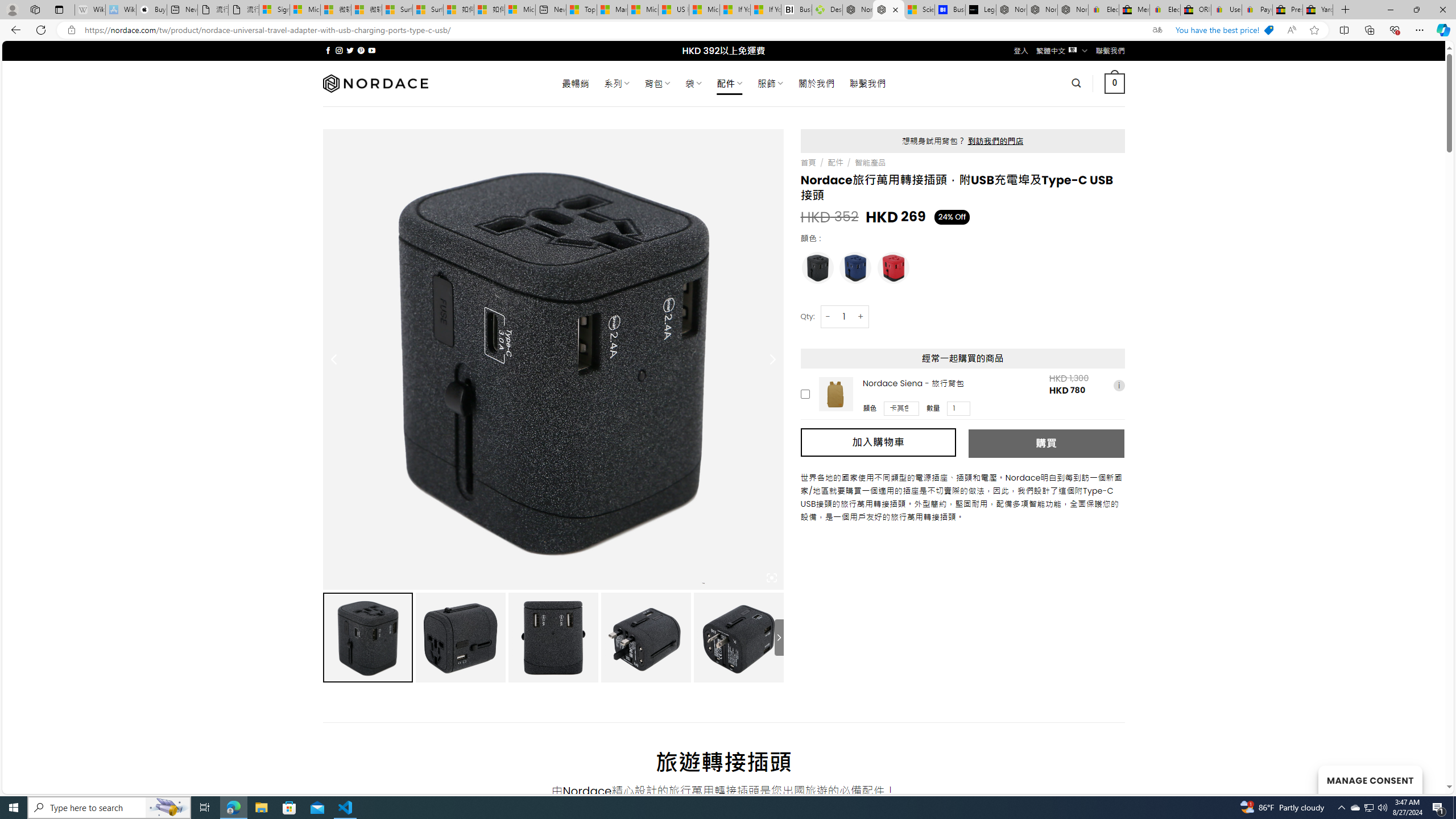 The image size is (1456, 819). I want to click on '-', so click(828, 316).